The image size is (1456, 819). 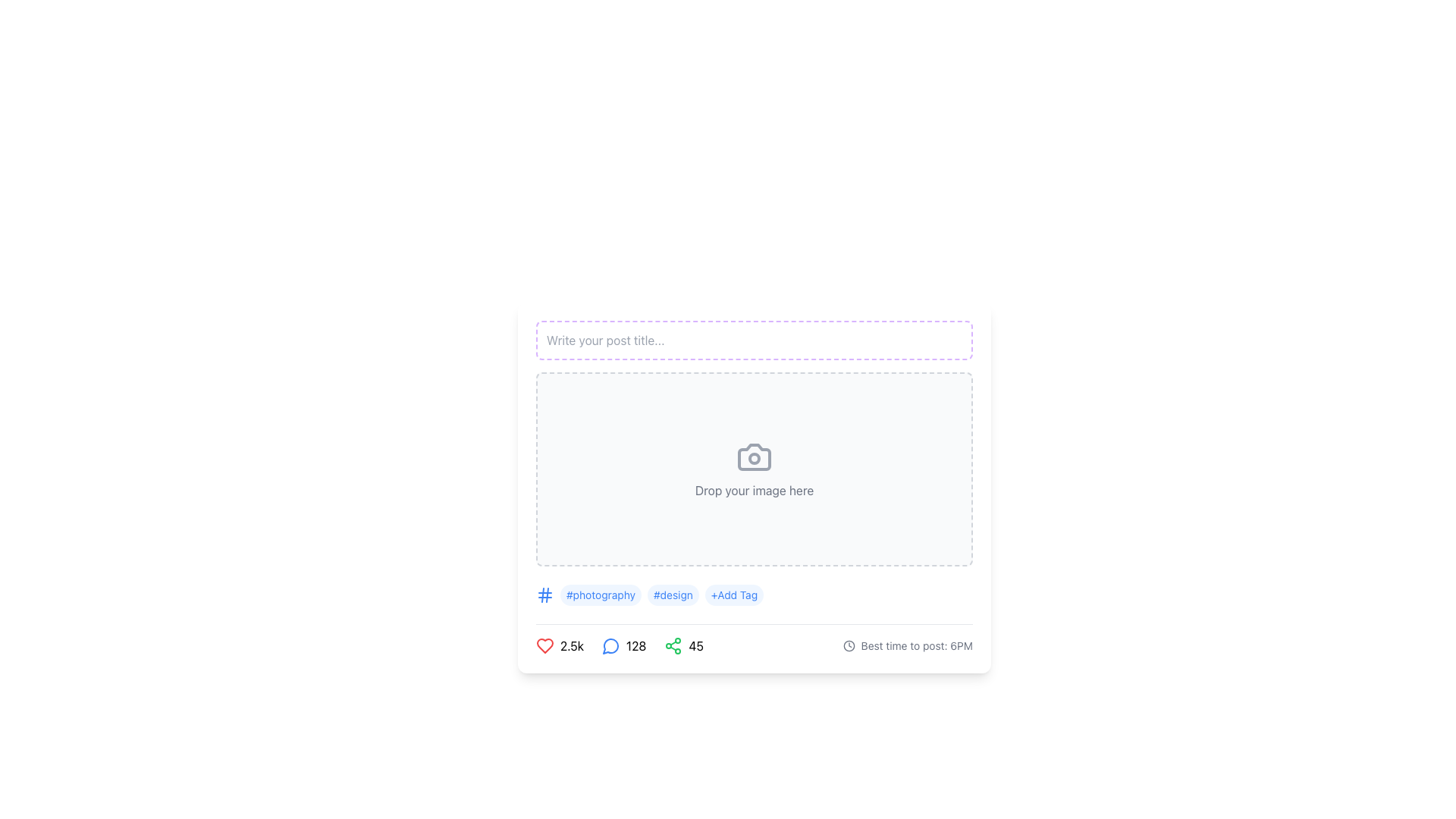 I want to click on guidance text from the instruction label located at the center of the card layout, below the camera icon, so click(x=754, y=491).